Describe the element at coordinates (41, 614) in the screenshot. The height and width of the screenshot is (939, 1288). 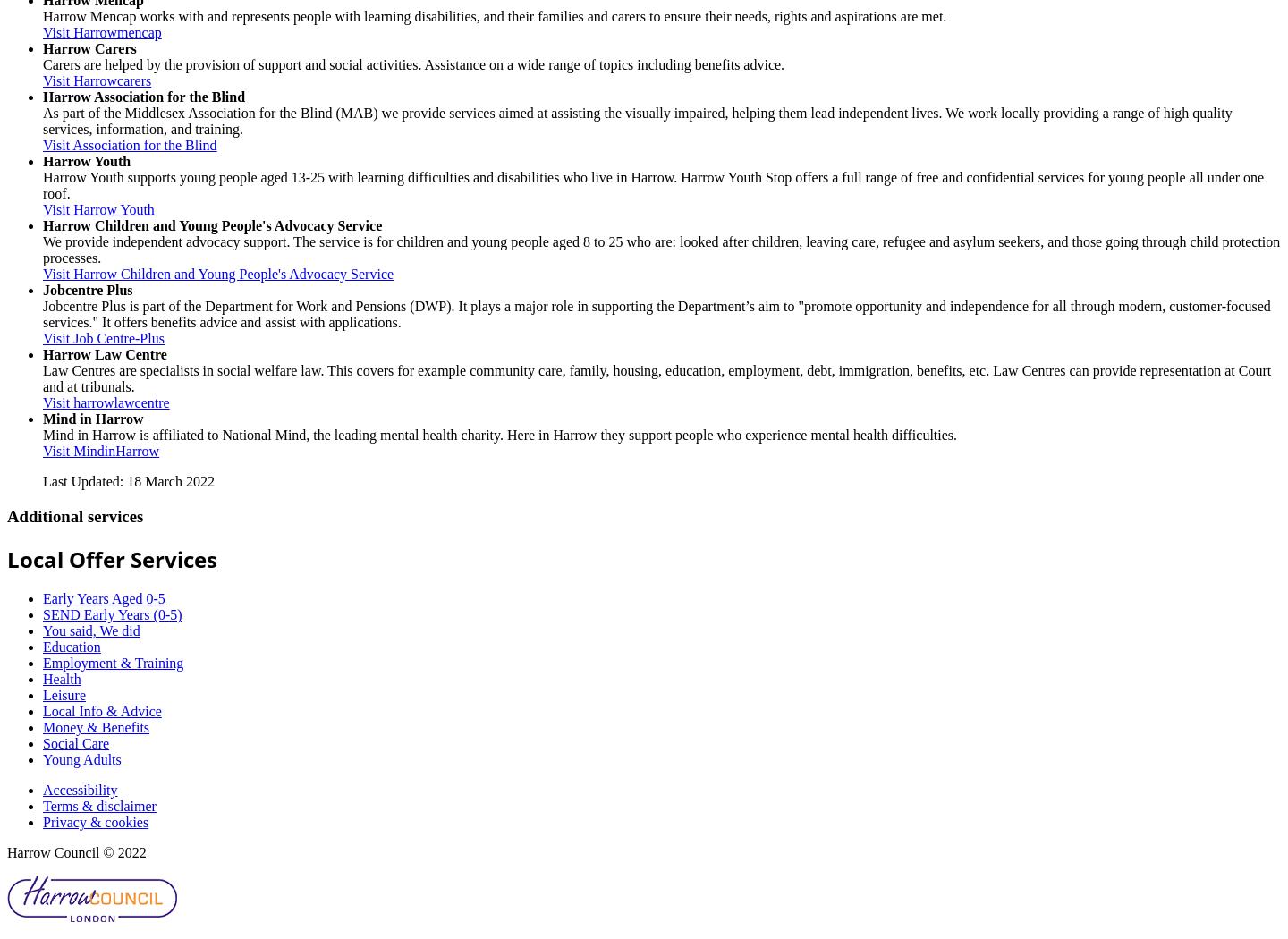
I see `'SEND Early Years (0-5)'` at that location.